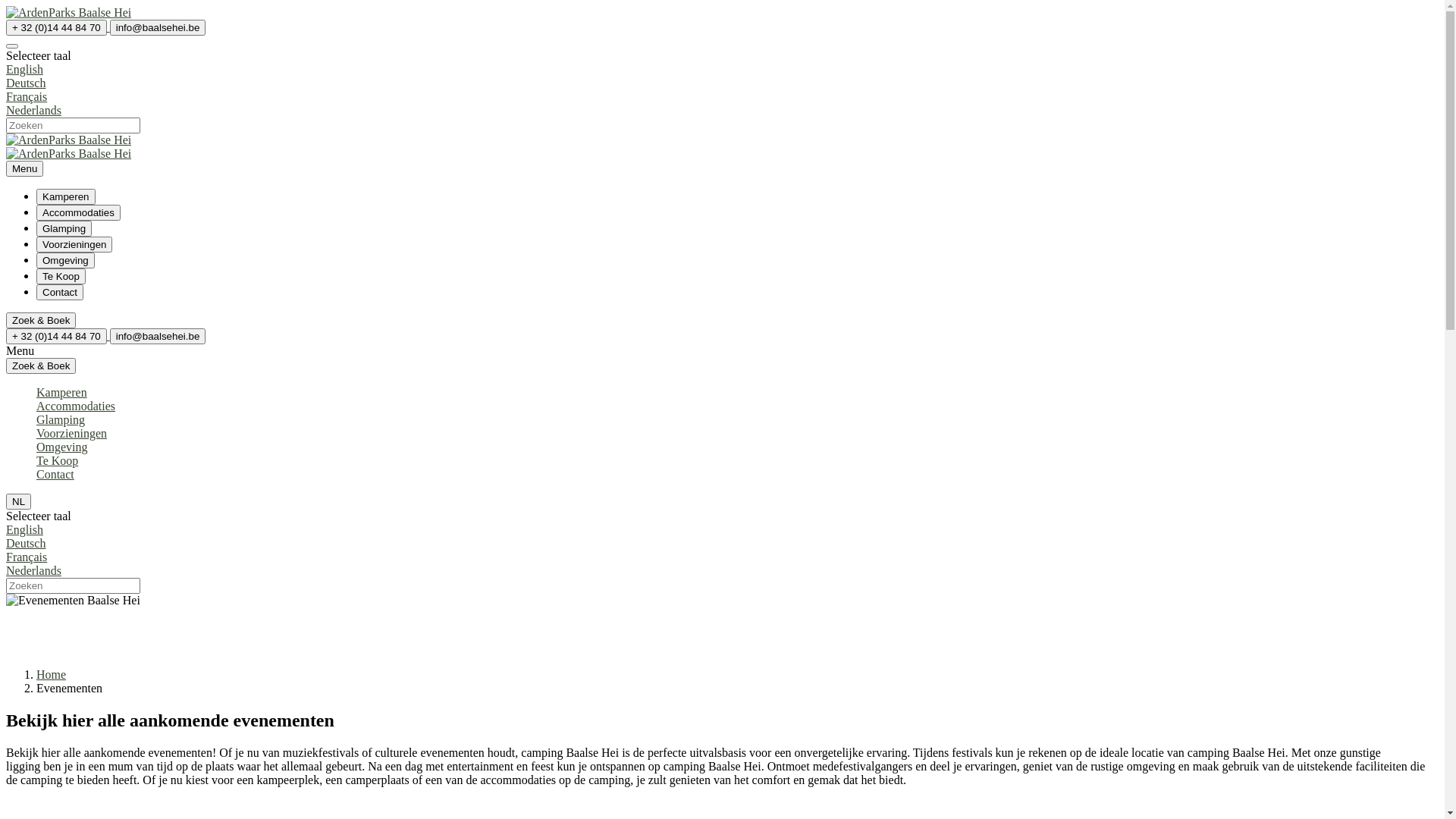 The image size is (1456, 819). I want to click on 'info@baalsehei.be', so click(158, 27).